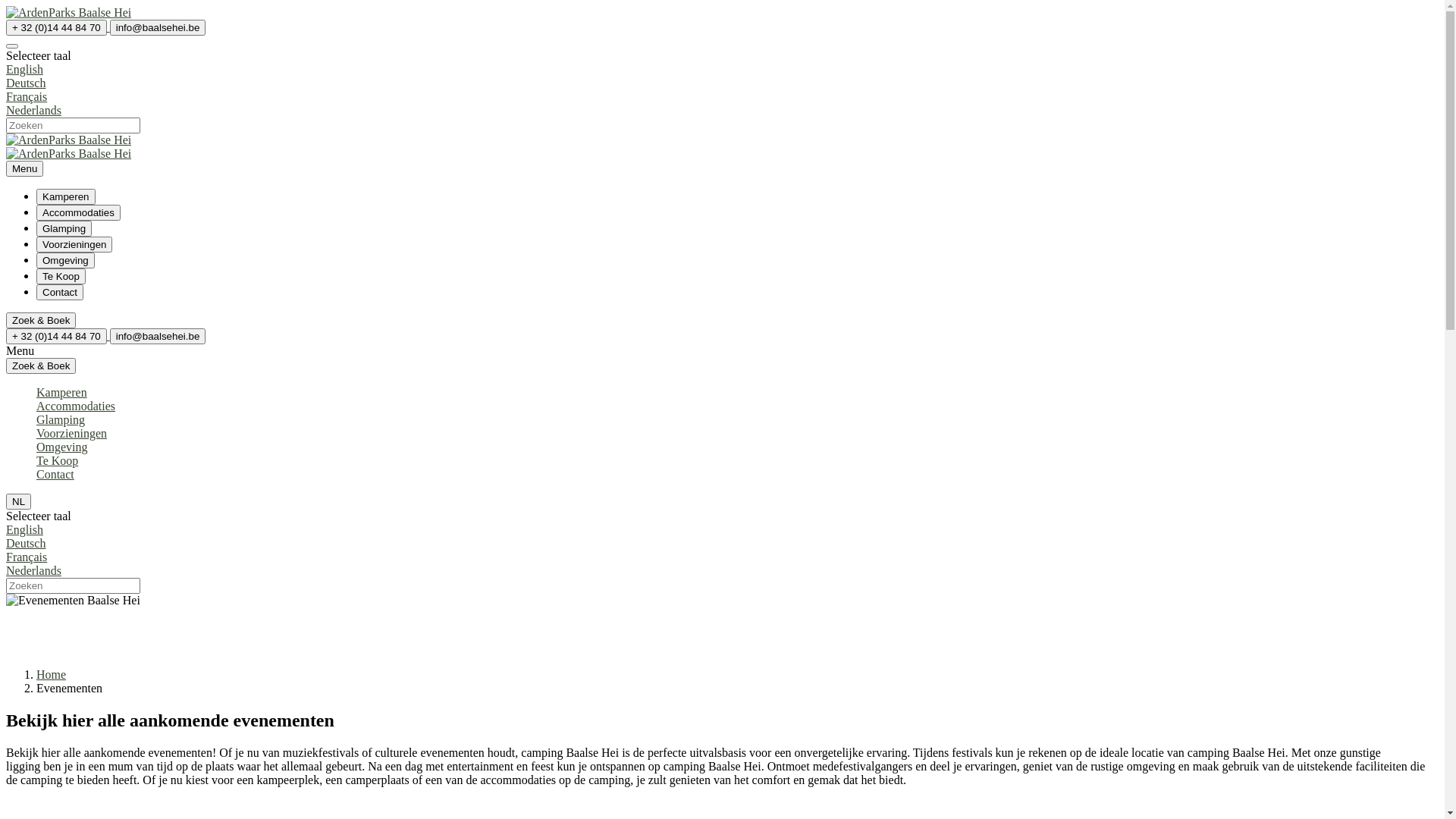 The image size is (1456, 819). I want to click on 'info@baalsehei.be', so click(158, 27).